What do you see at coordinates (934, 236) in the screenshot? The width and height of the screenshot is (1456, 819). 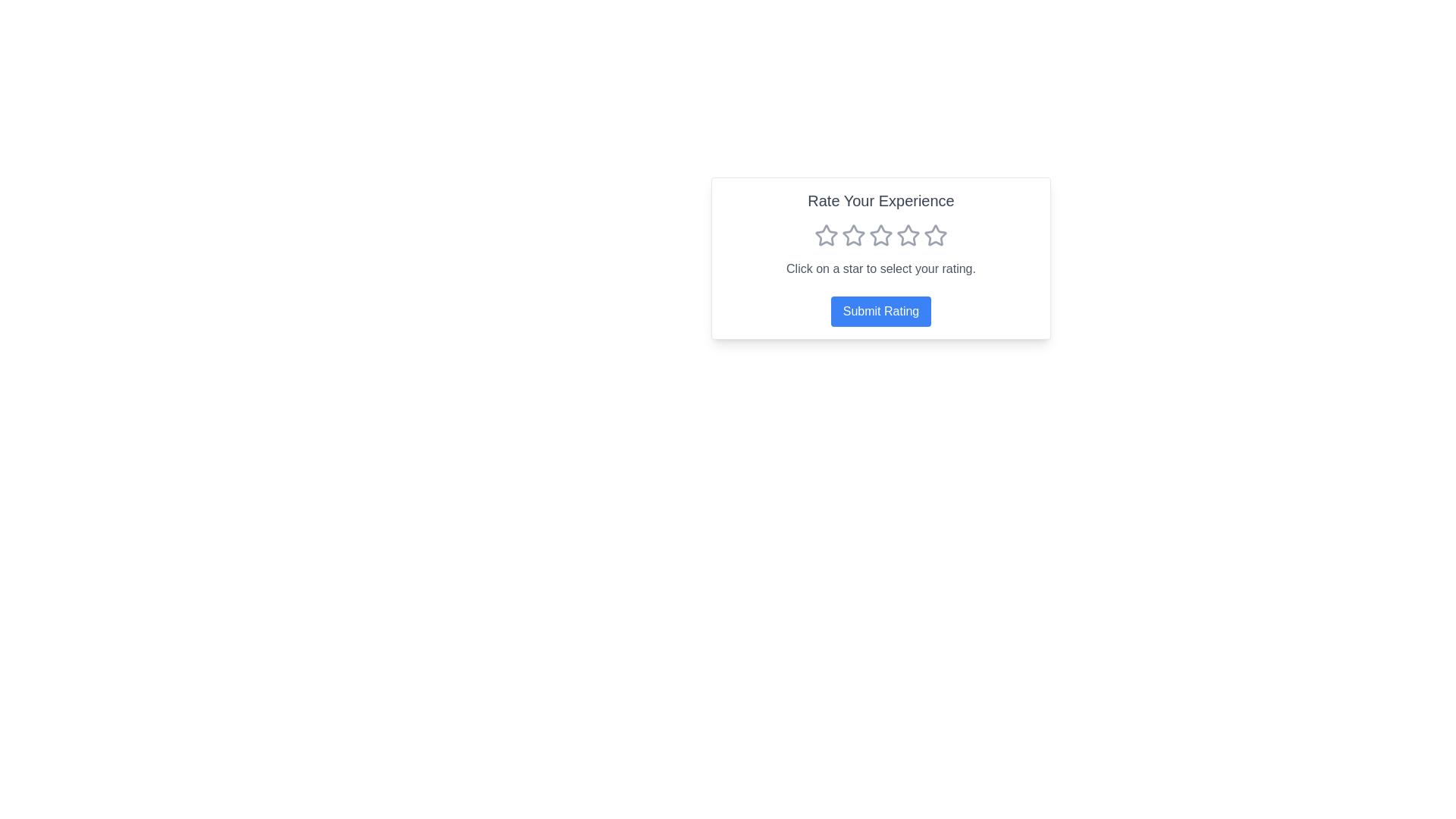 I see `the eighth rating star icon, used for rating experience, to enable accessibility navigation` at bounding box center [934, 236].